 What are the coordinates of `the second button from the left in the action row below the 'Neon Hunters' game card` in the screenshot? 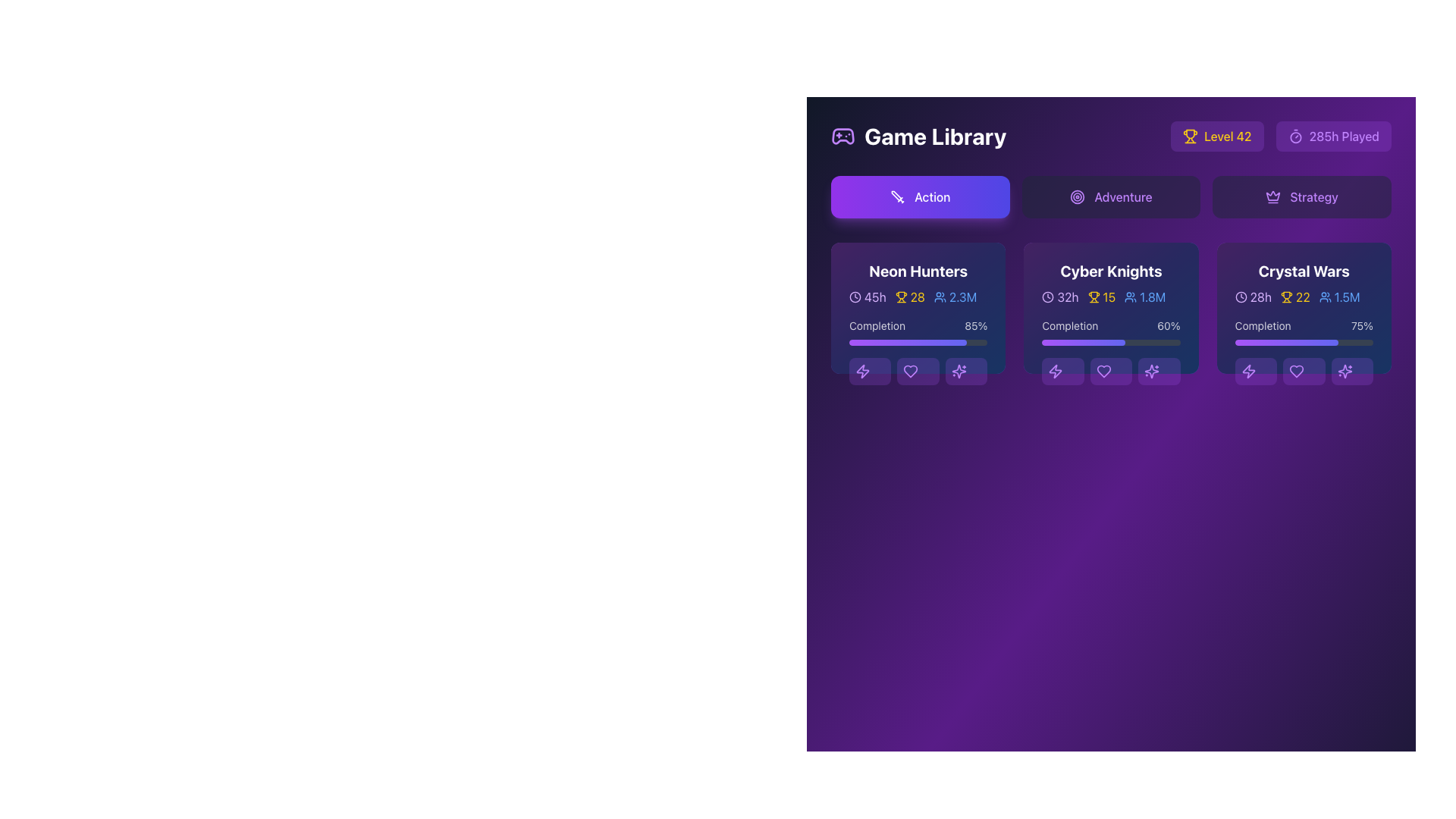 It's located at (910, 371).